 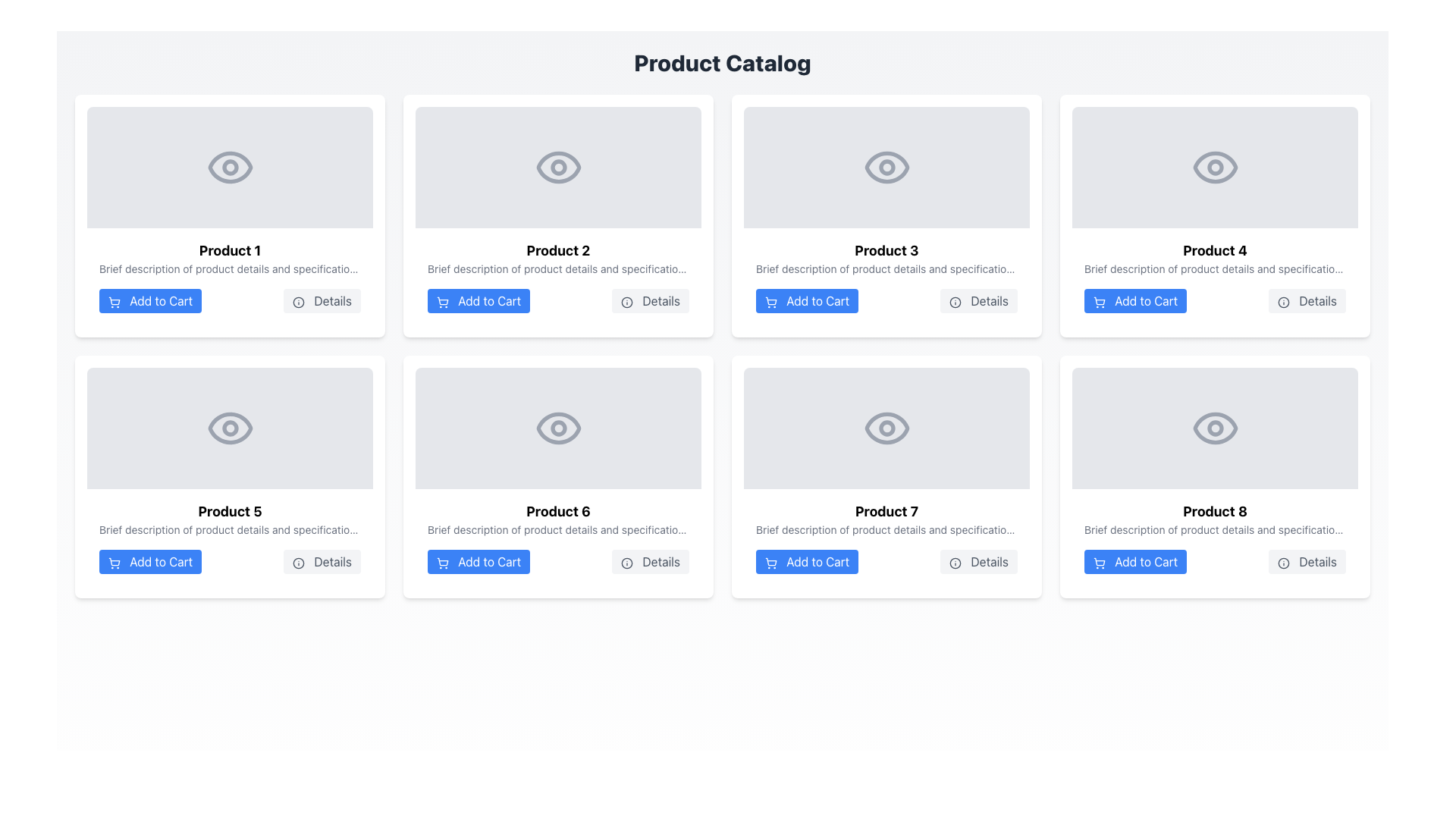 I want to click on the 'Add to Cart' button located in the lower section of the 'Product 5' card, which has a blue background and contains a shopping cart icon and white text, so click(x=150, y=561).